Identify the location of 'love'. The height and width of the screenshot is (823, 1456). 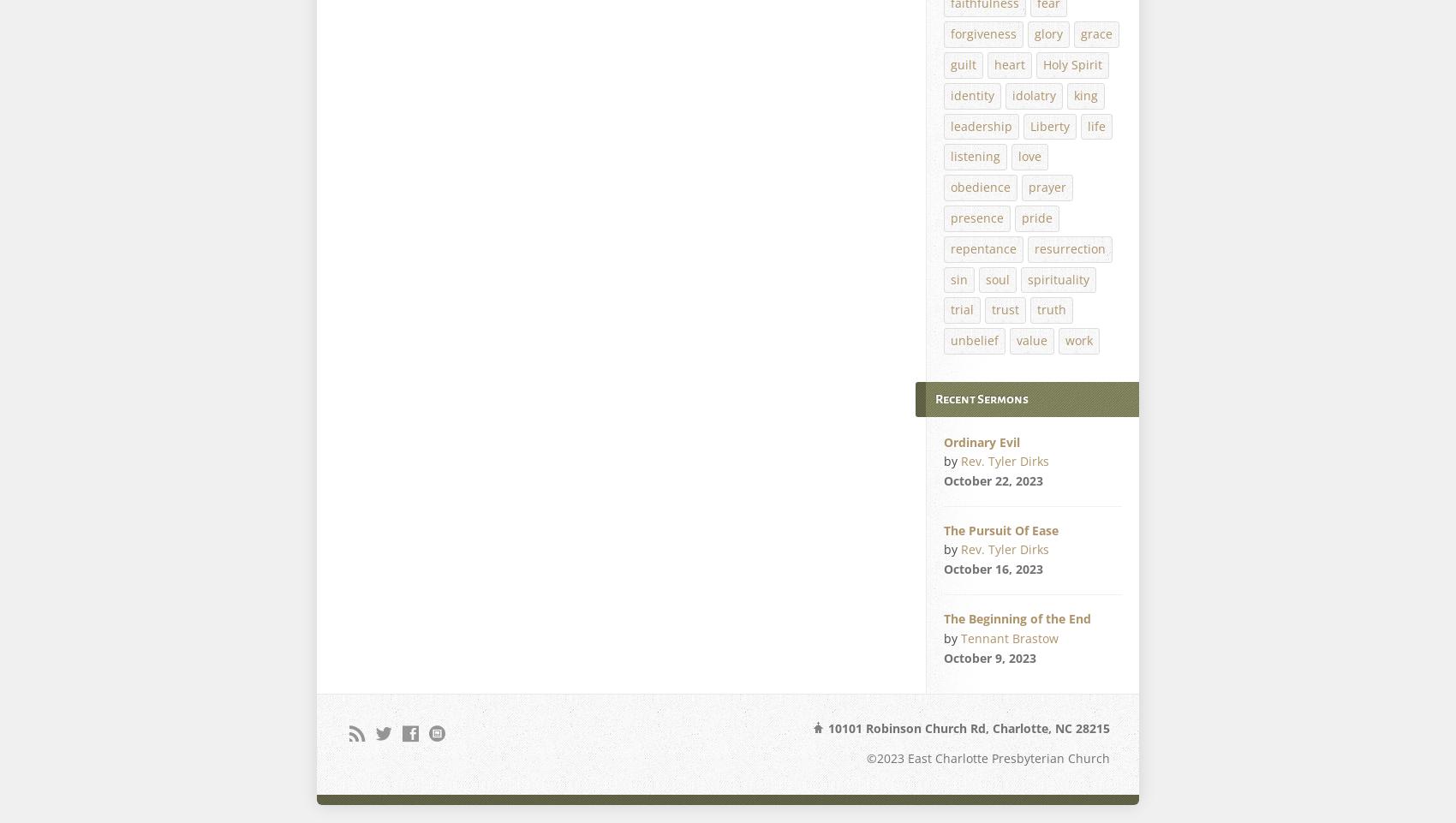
(1029, 156).